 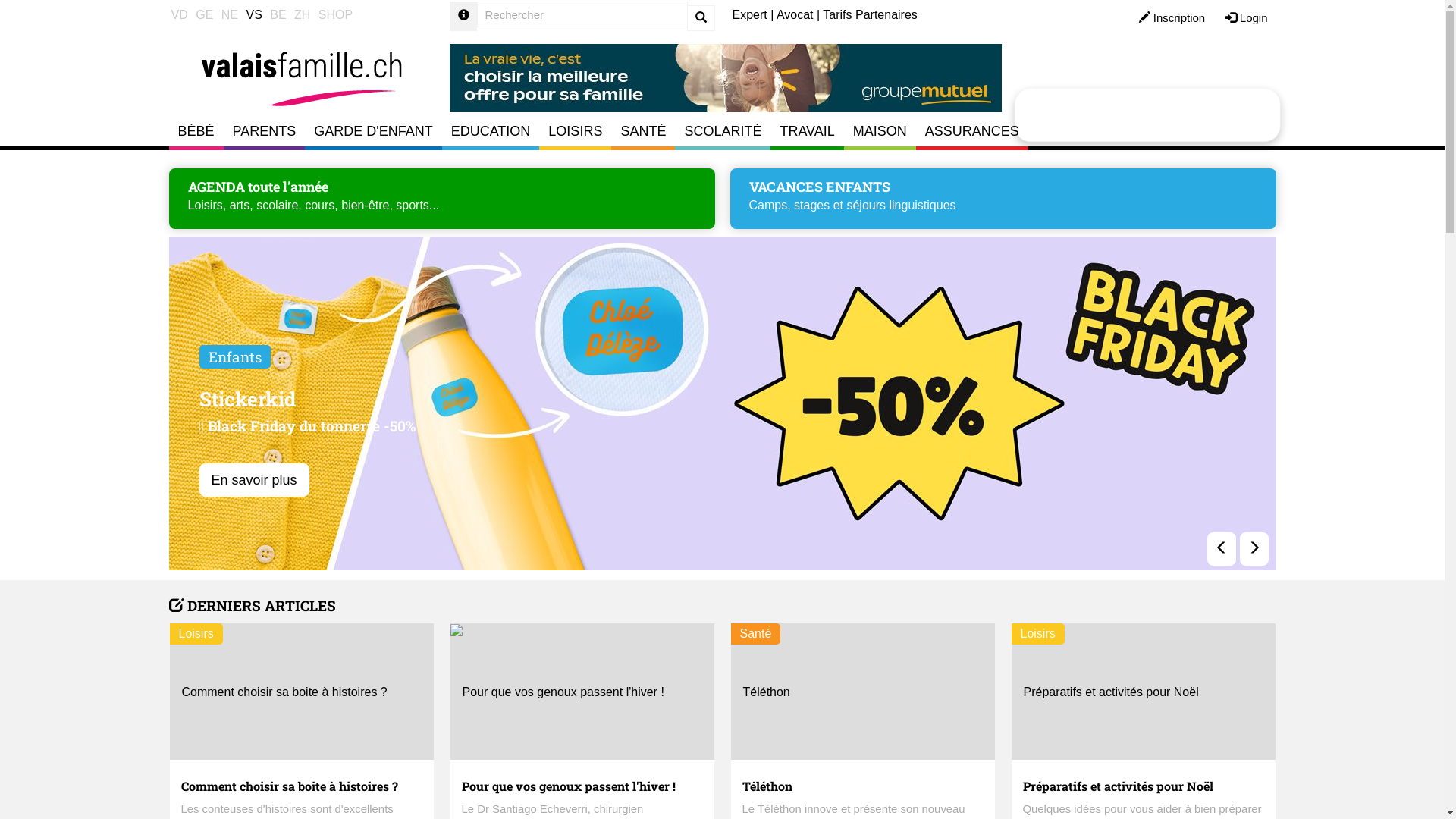 What do you see at coordinates (915, 130) in the screenshot?
I see `'ASSURANCES'` at bounding box center [915, 130].